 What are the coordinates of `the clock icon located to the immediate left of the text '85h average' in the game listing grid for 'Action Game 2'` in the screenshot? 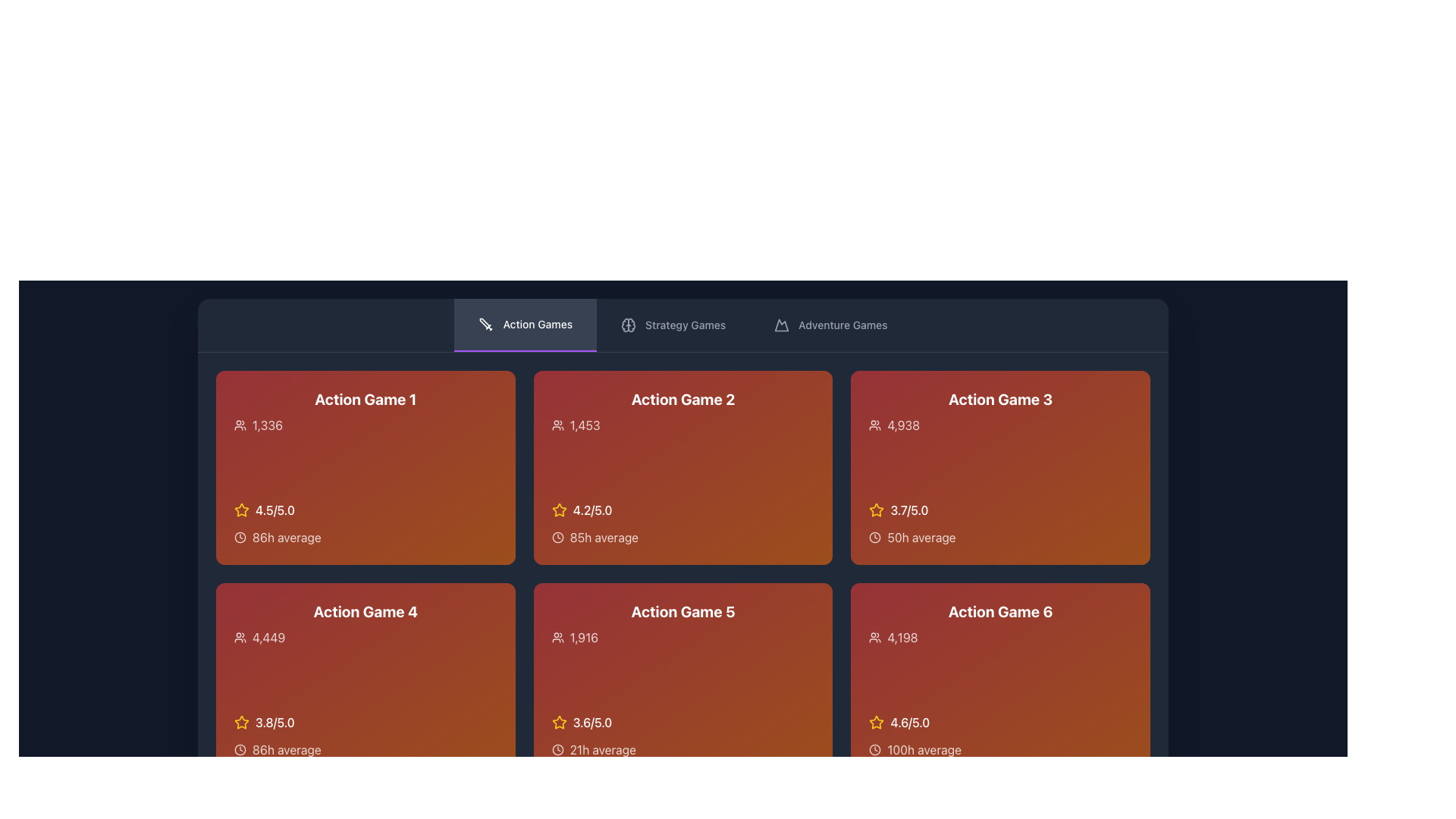 It's located at (557, 537).